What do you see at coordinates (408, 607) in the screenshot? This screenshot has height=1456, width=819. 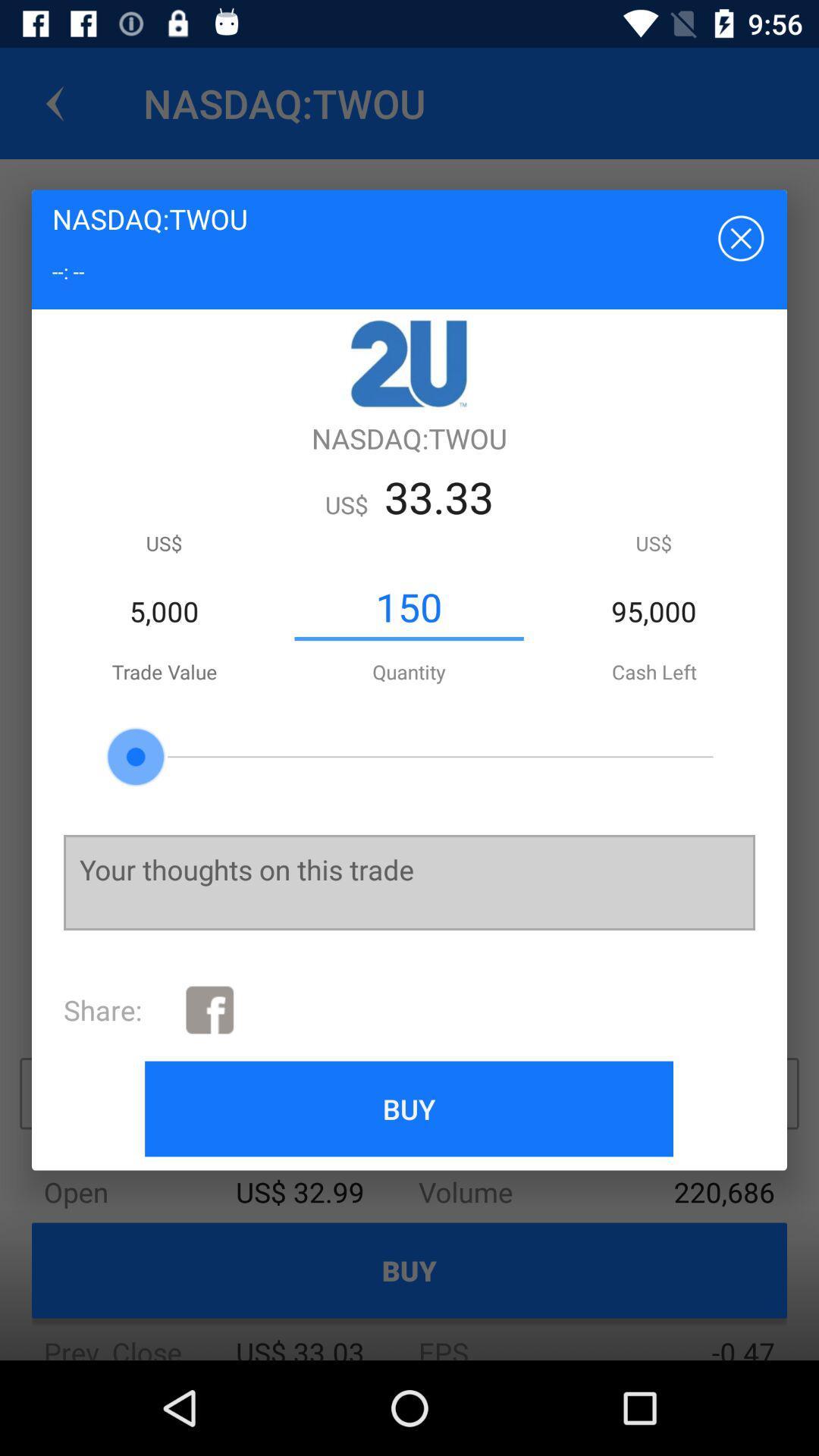 I see `icon next to the us$` at bounding box center [408, 607].